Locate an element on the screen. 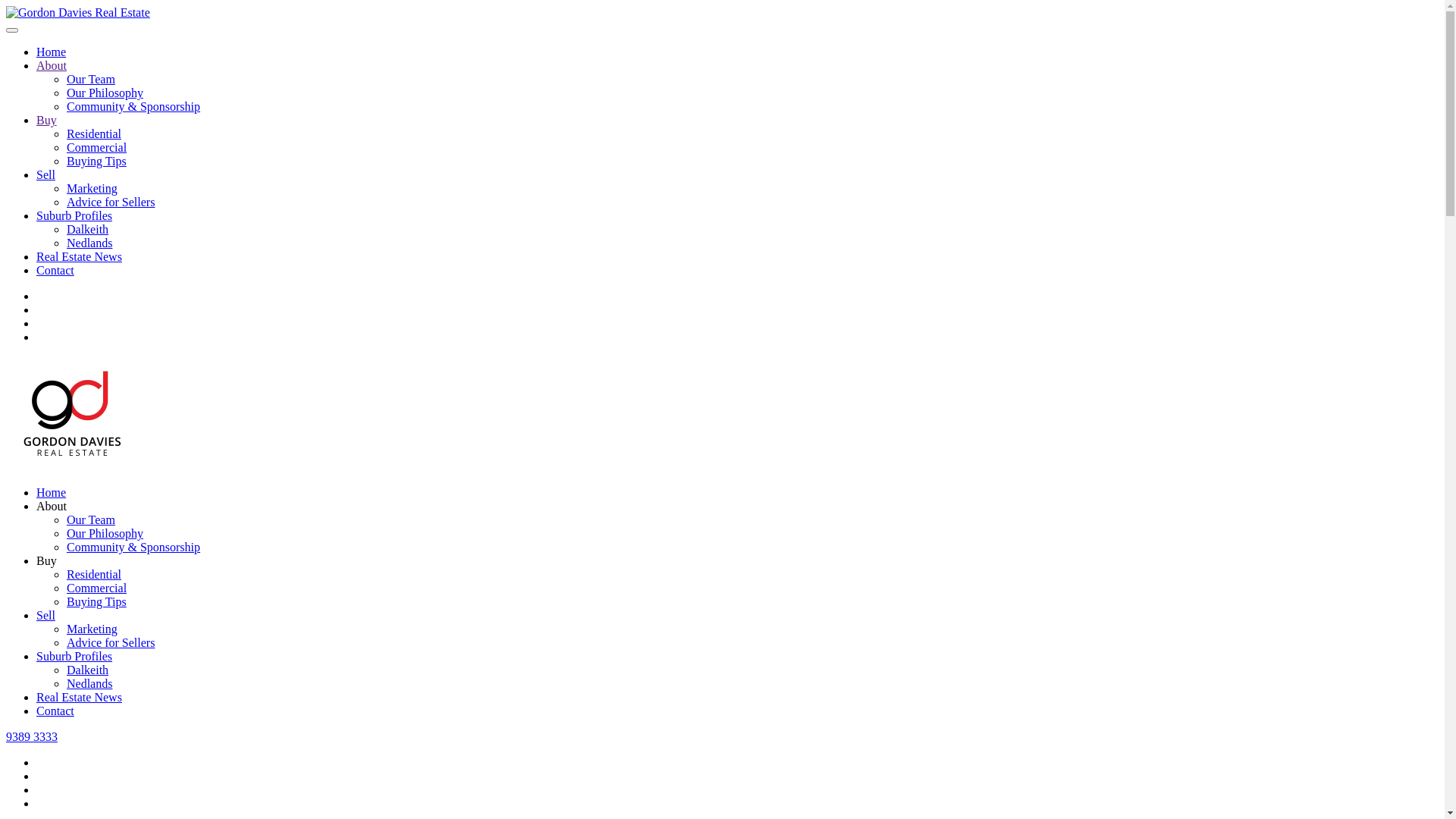 The image size is (1456, 819). 'About' is located at coordinates (36, 506).